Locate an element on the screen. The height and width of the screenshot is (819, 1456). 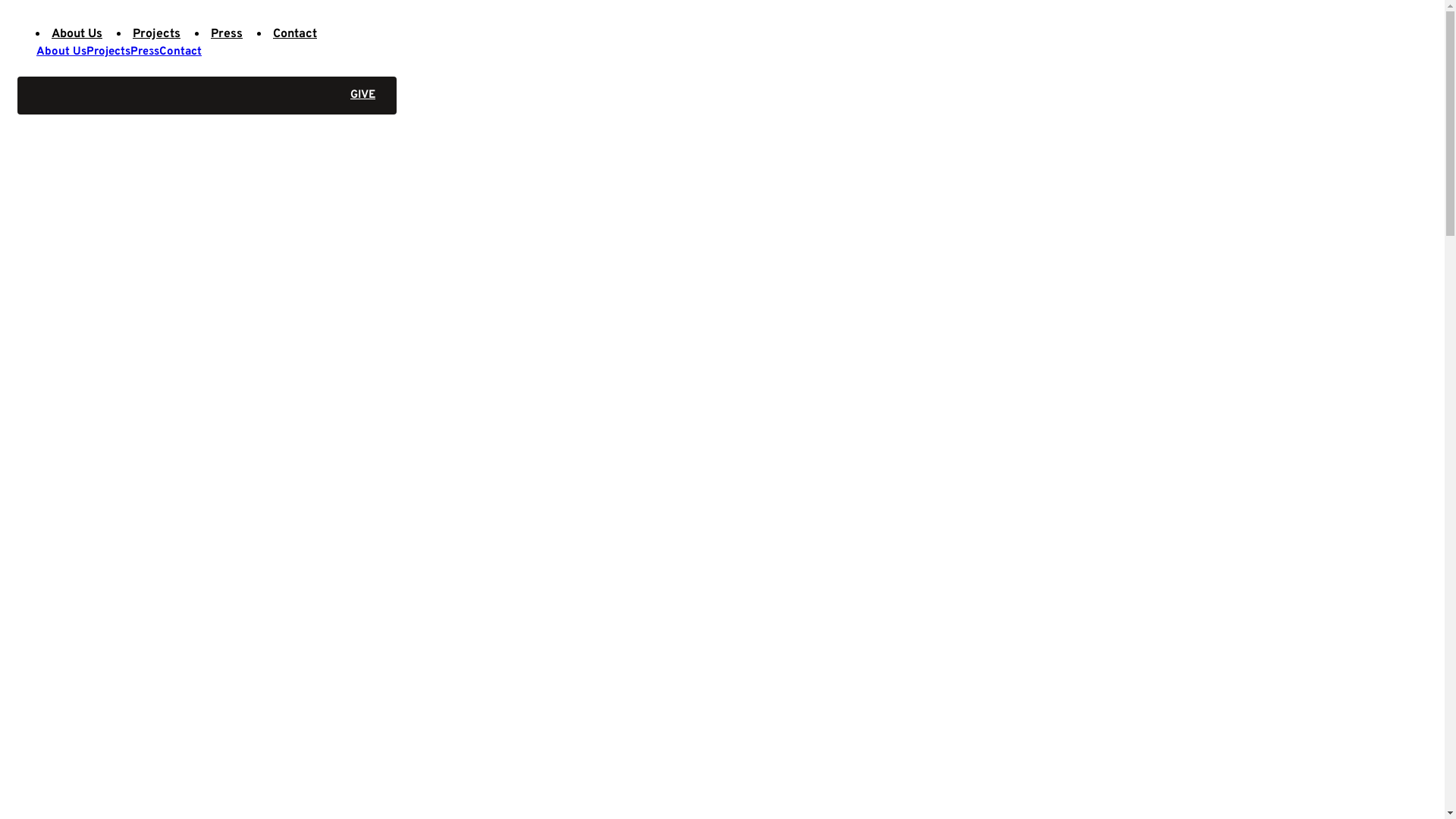
'GIVE' is located at coordinates (206, 96).